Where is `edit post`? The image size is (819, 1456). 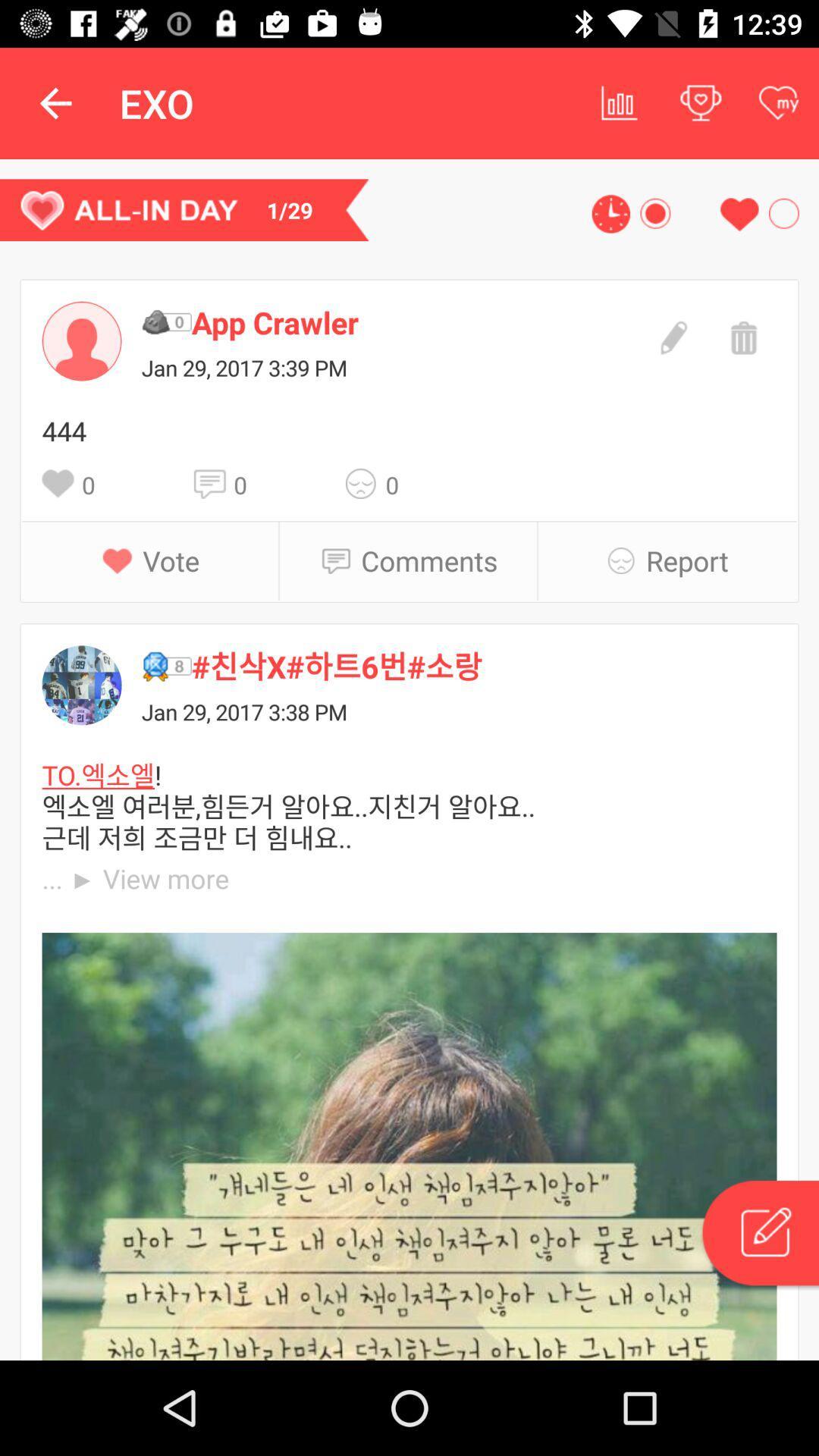 edit post is located at coordinates (671, 335).